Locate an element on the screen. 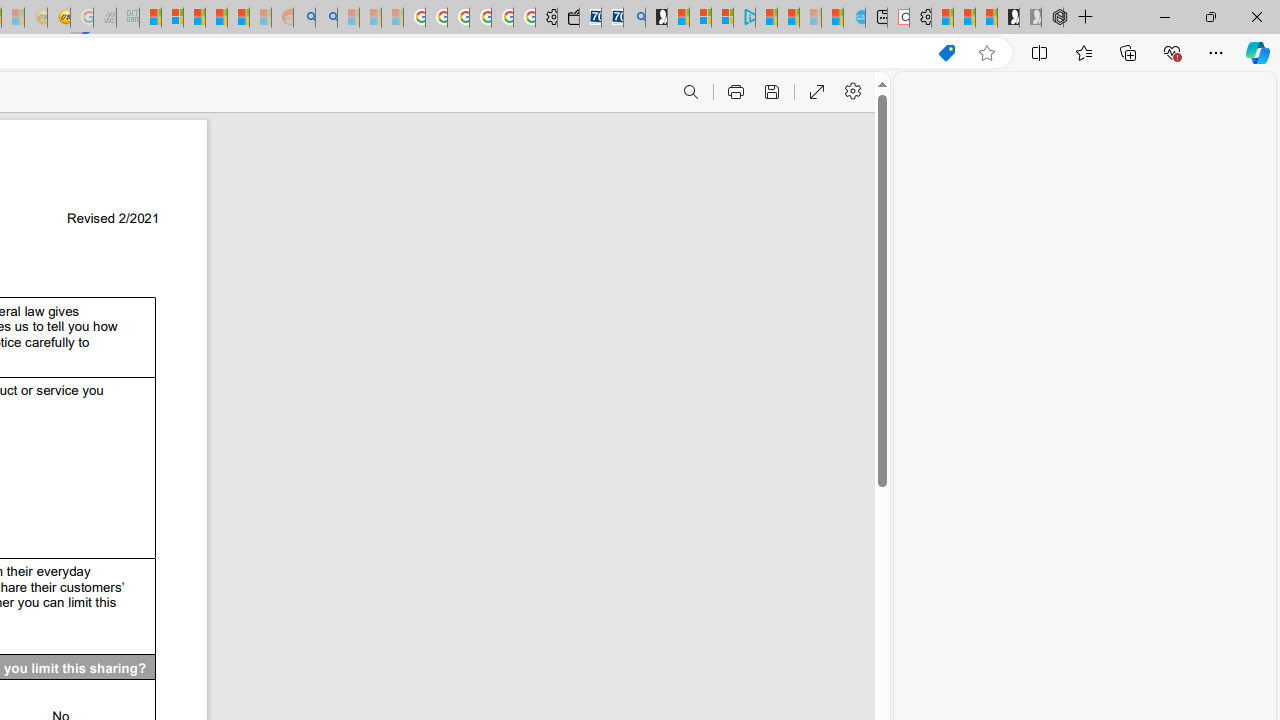 The height and width of the screenshot is (720, 1280). 'Shopping in Microsoft Edge' is located at coordinates (945, 52).